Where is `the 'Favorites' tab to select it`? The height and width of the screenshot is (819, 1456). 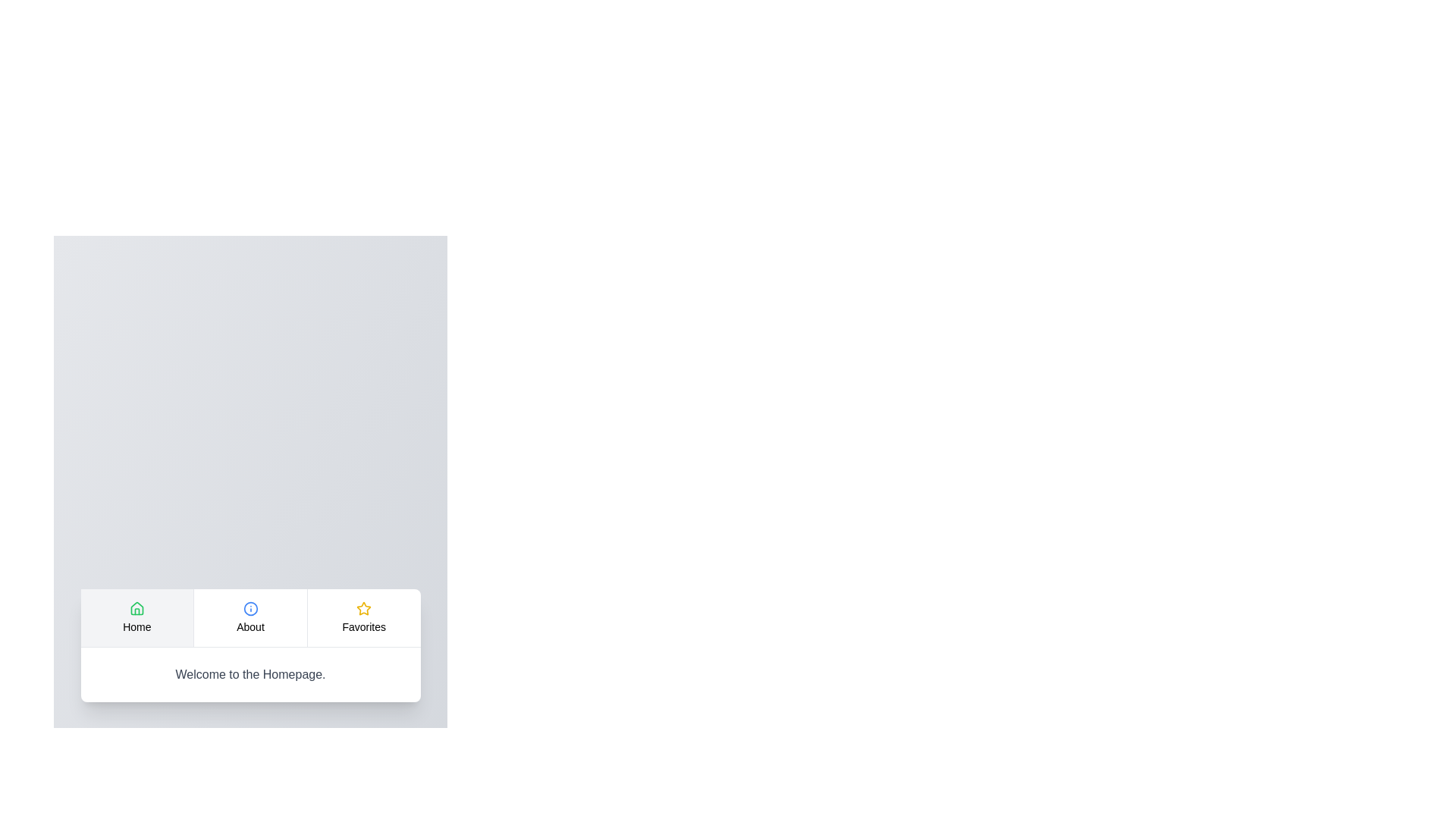
the 'Favorites' tab to select it is located at coordinates (362, 617).